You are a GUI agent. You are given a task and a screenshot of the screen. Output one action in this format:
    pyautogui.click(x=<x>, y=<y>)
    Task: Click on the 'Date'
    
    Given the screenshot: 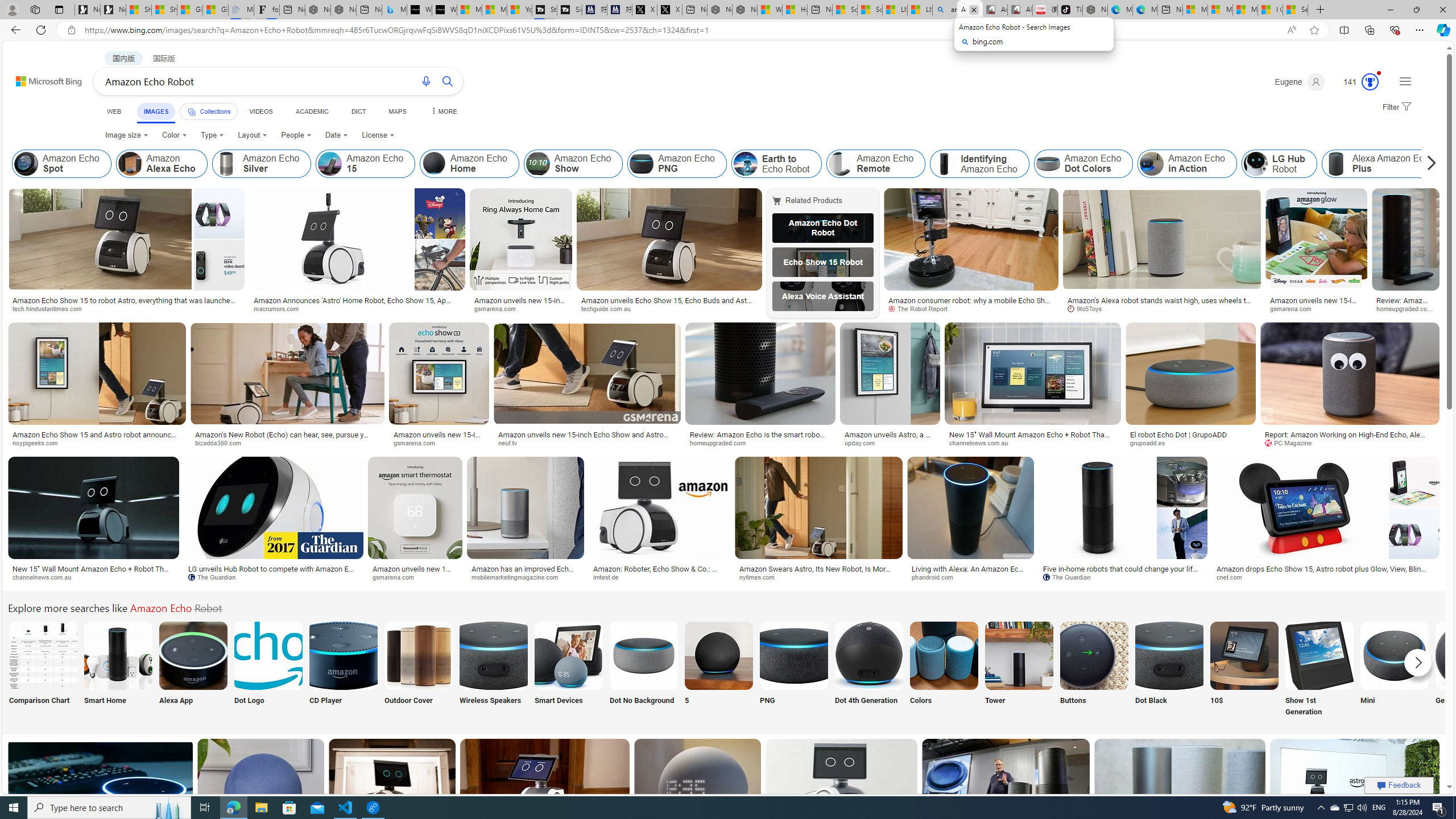 What is the action you would take?
    pyautogui.click(x=336, y=135)
    